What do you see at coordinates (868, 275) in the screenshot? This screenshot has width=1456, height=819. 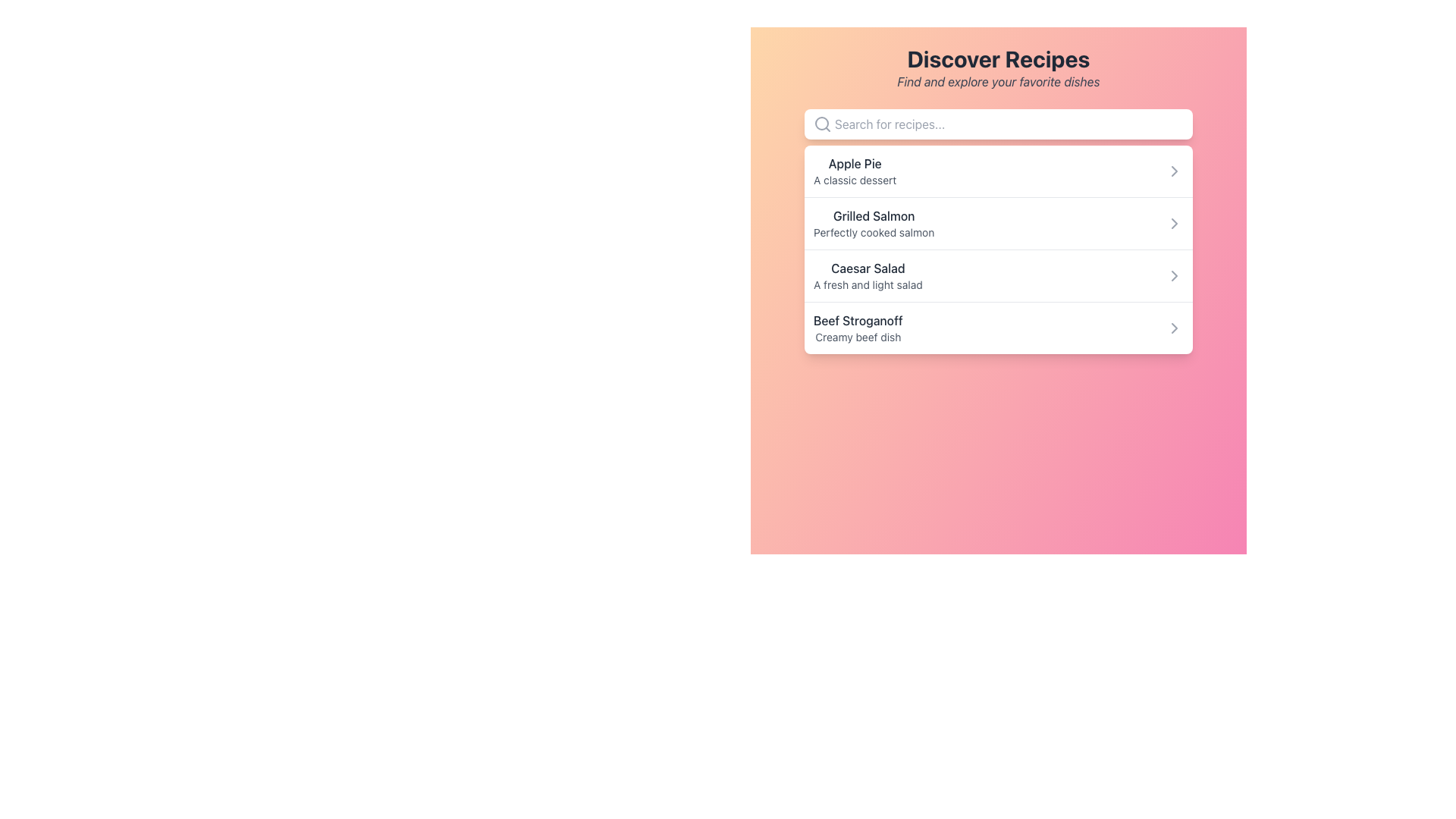 I see `the 'Caesar Salad' menu item located under the 'Discover Recipes' section` at bounding box center [868, 275].